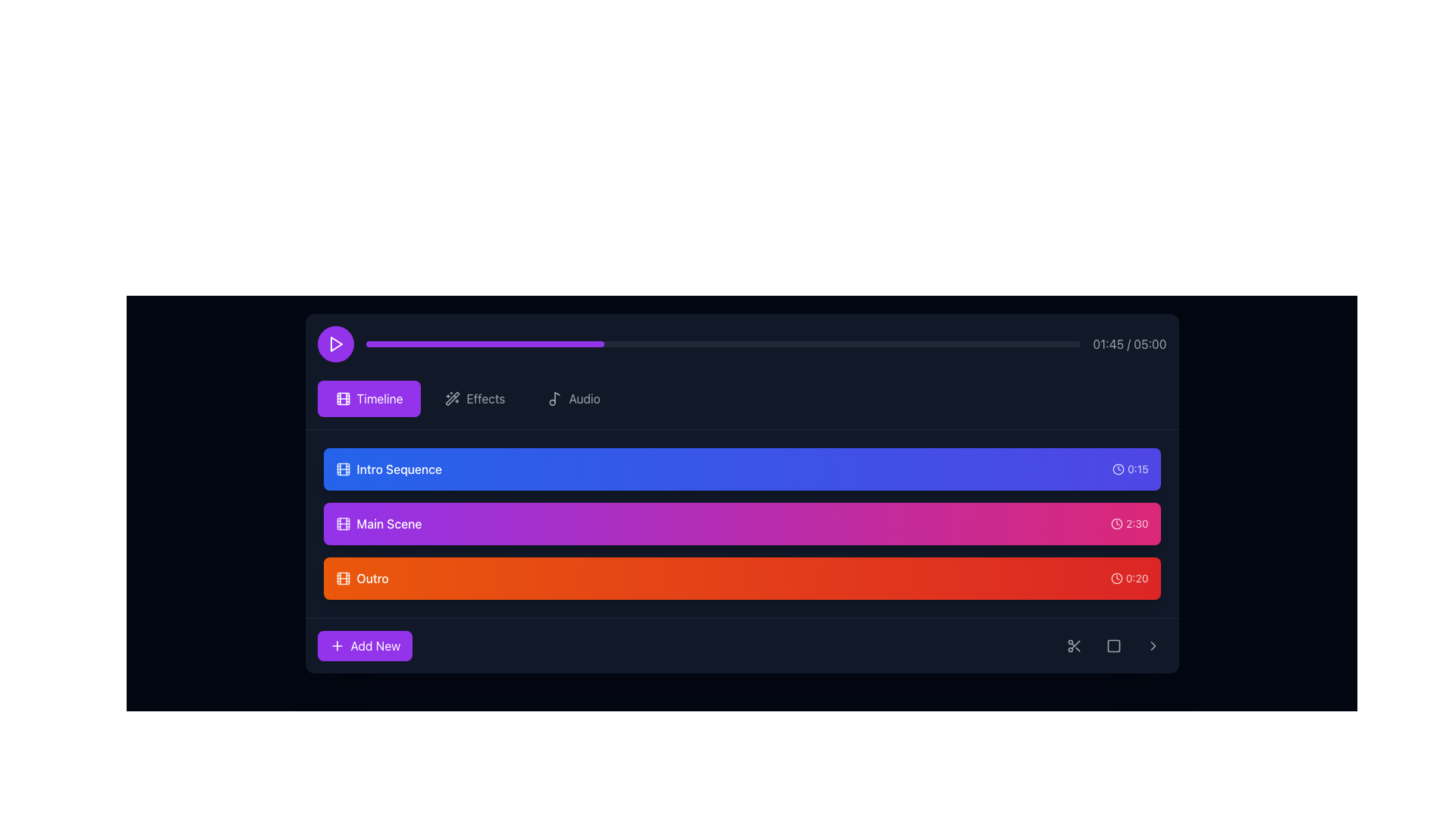 The width and height of the screenshot is (1456, 819). I want to click on the purple button with rounded edges labeled 'Add New', so click(365, 646).